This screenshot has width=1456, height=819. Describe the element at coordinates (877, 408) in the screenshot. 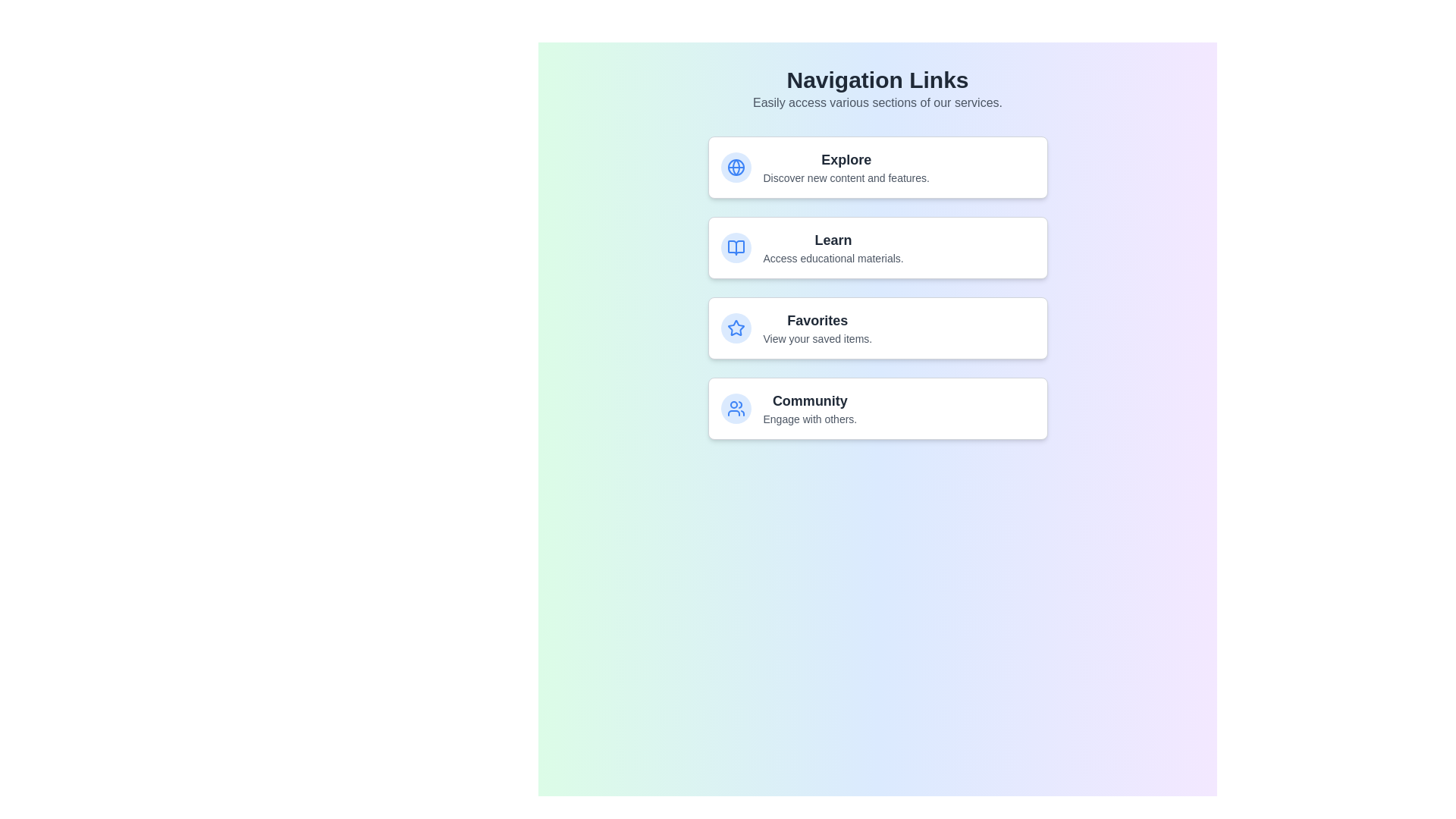

I see `the 'Community' navigation card located beneath the 'Favorites' card in the grid of navigation links` at that location.